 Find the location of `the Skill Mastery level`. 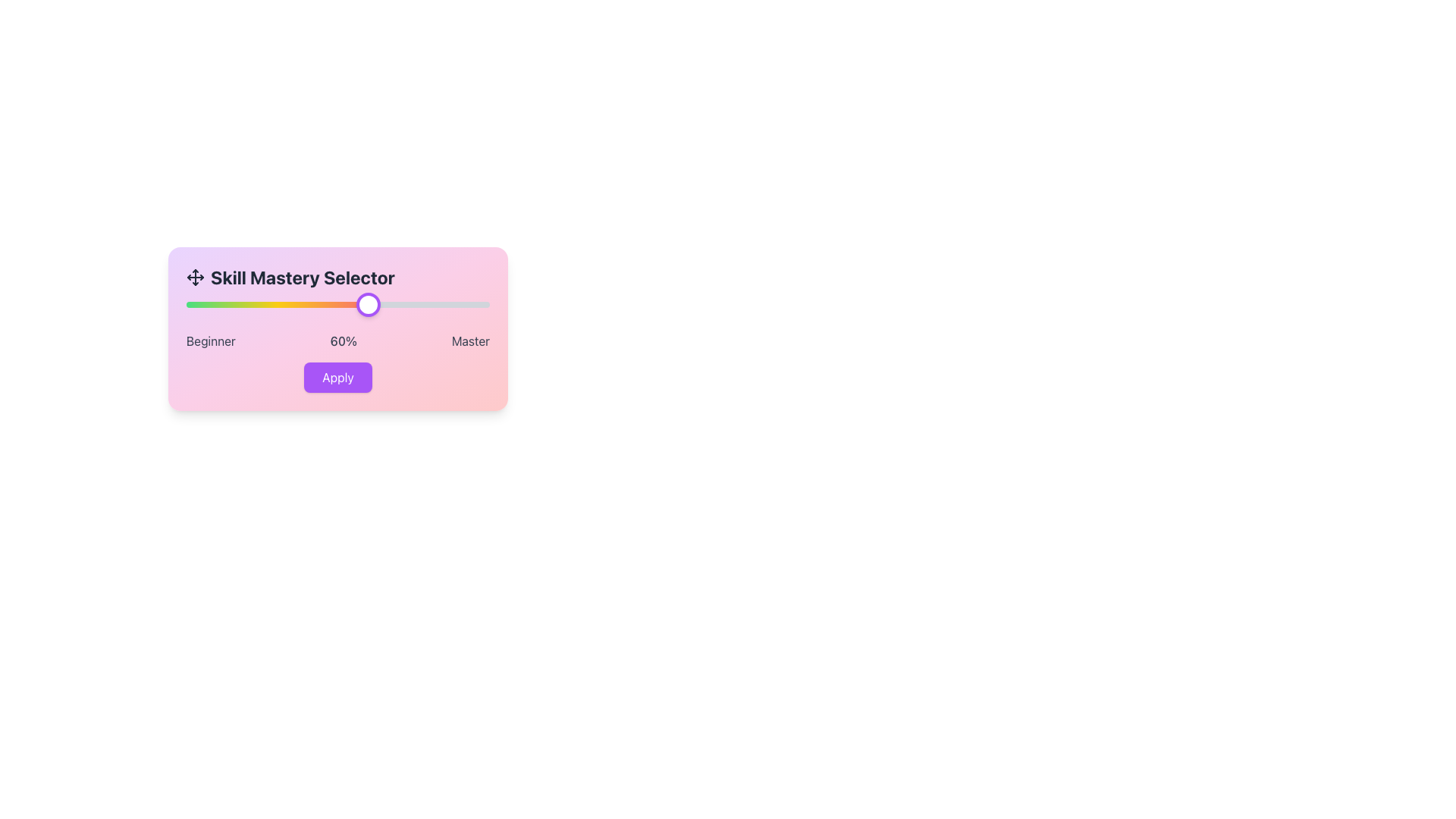

the Skill Mastery level is located at coordinates (371, 304).